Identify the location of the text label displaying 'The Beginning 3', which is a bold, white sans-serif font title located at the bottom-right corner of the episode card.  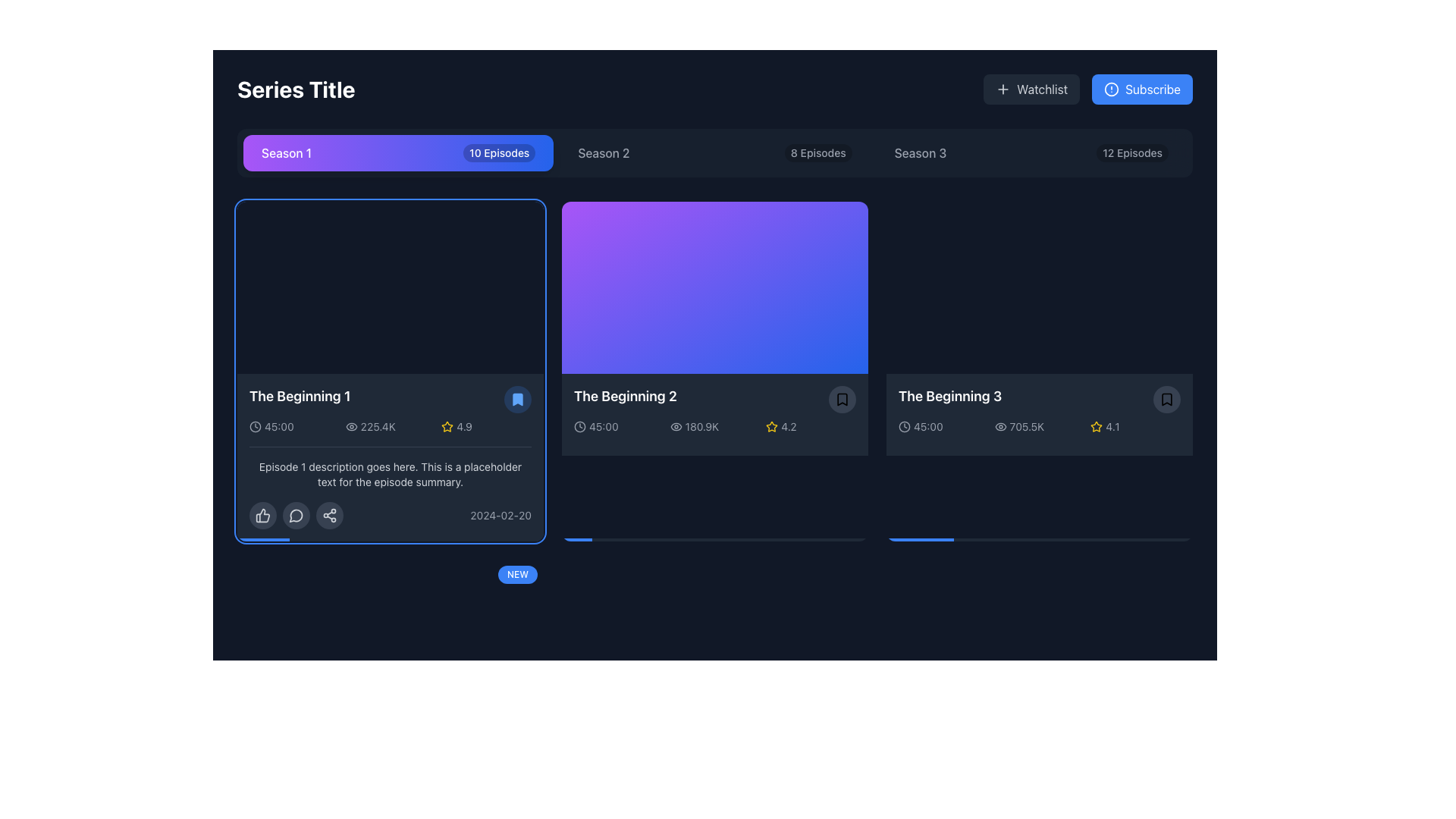
(949, 396).